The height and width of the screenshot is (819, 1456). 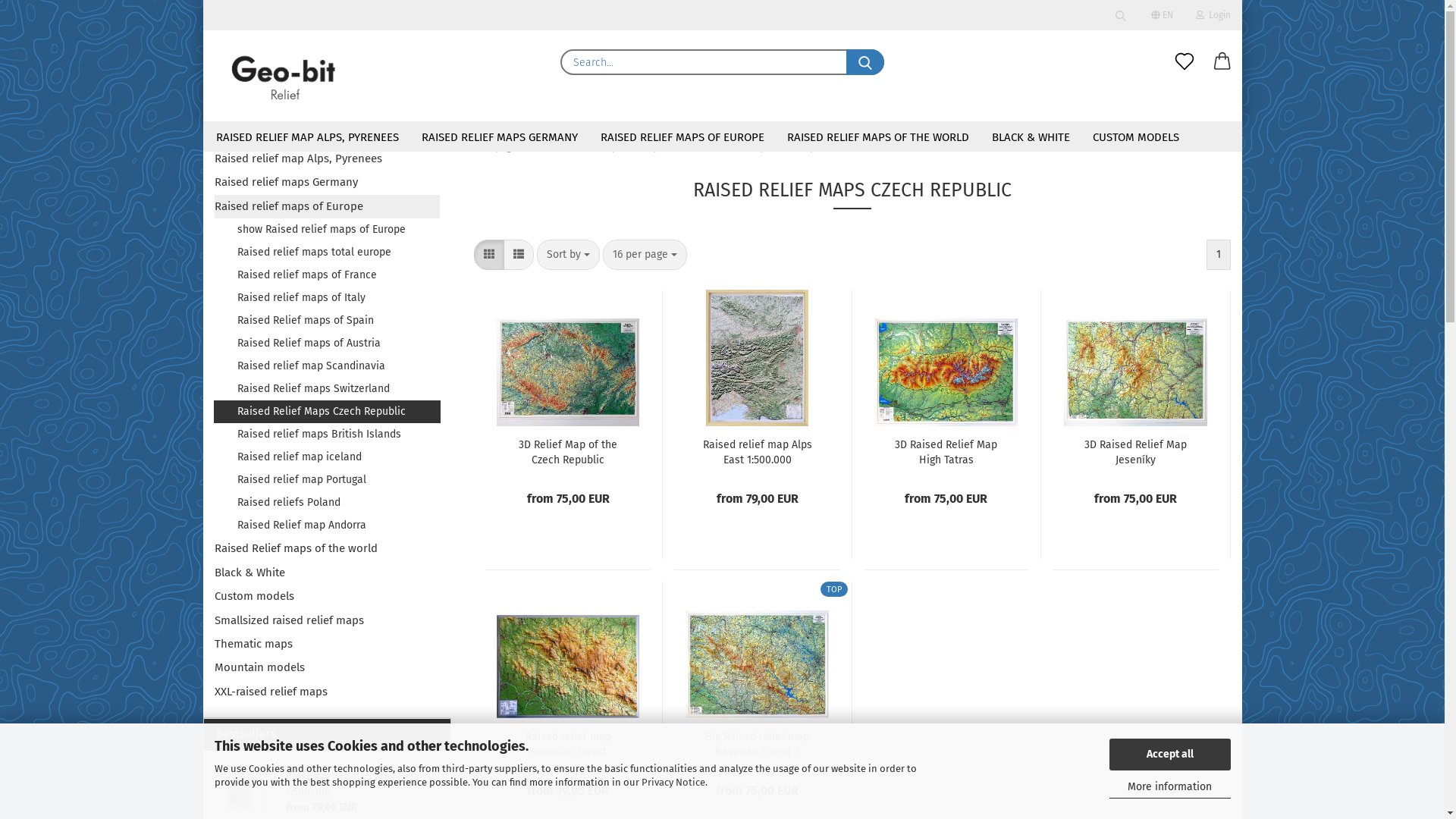 What do you see at coordinates (326, 366) in the screenshot?
I see `'Raised relief map Scandinavia'` at bounding box center [326, 366].